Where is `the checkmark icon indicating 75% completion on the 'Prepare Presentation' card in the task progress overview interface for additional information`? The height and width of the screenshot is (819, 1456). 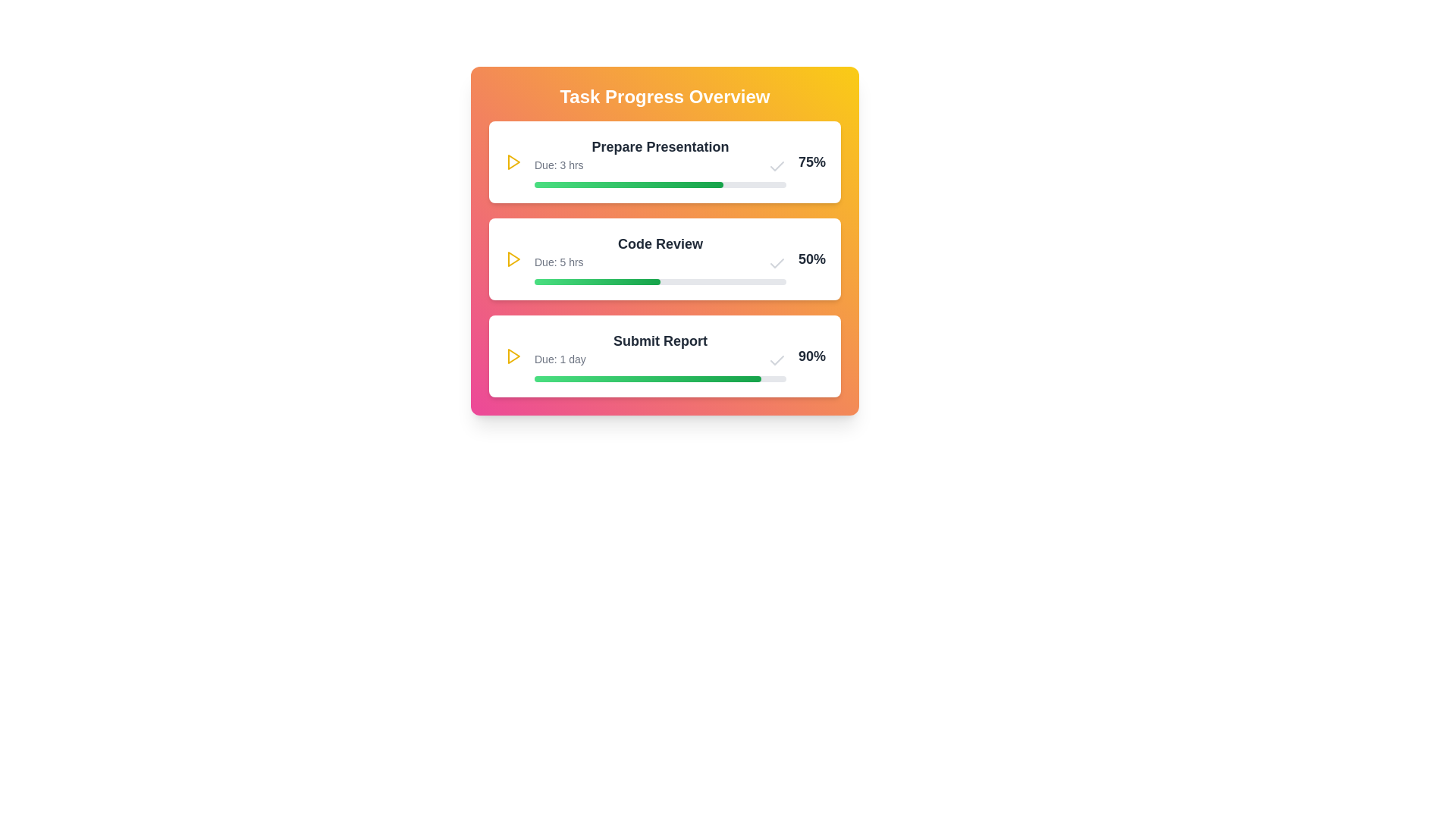 the checkmark icon indicating 75% completion on the 'Prepare Presentation' card in the task progress overview interface for additional information is located at coordinates (777, 166).